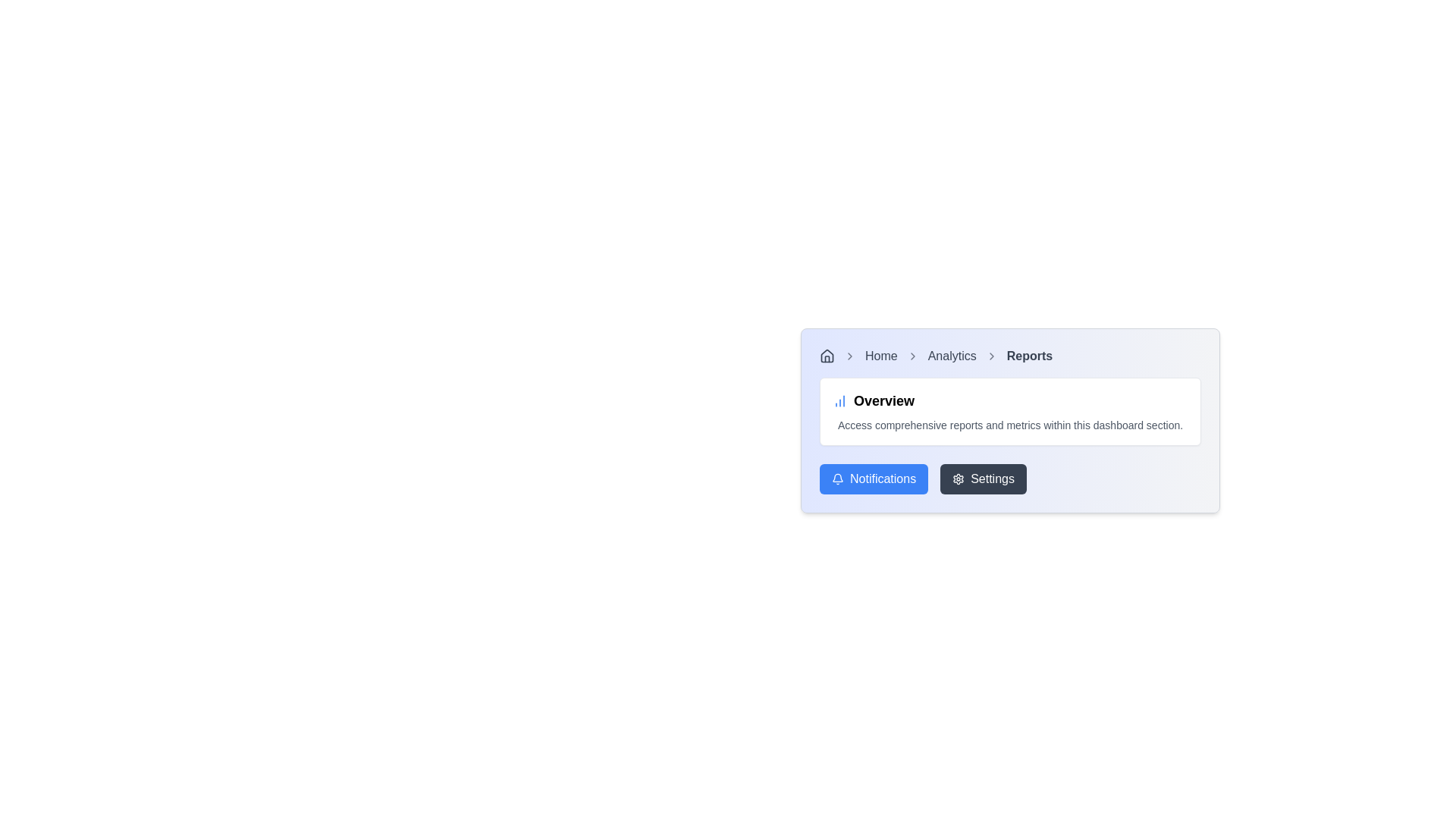  Describe the element at coordinates (826, 356) in the screenshot. I see `keyboard navigation` at that location.